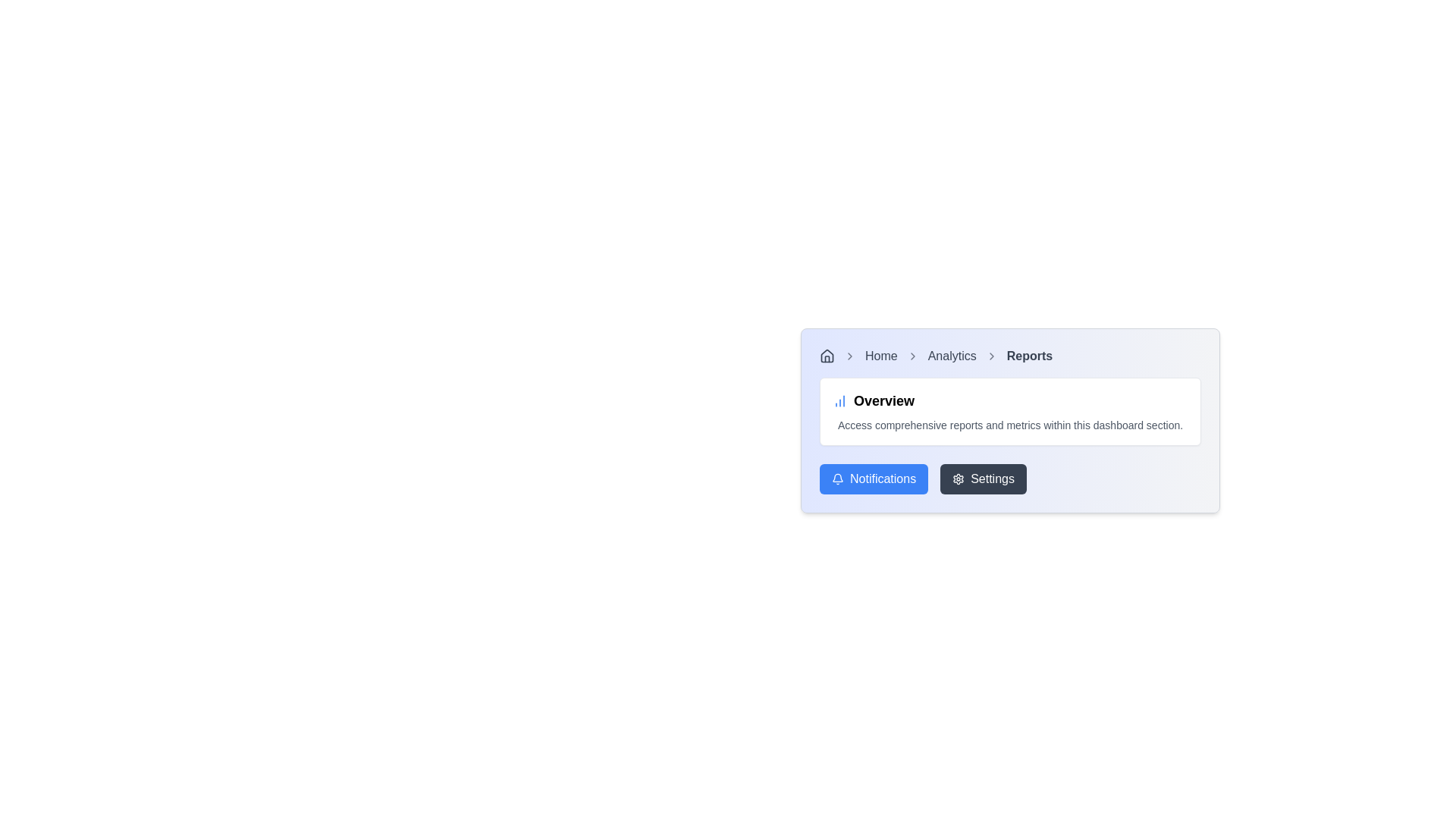  Describe the element at coordinates (826, 356) in the screenshot. I see `keyboard navigation` at that location.